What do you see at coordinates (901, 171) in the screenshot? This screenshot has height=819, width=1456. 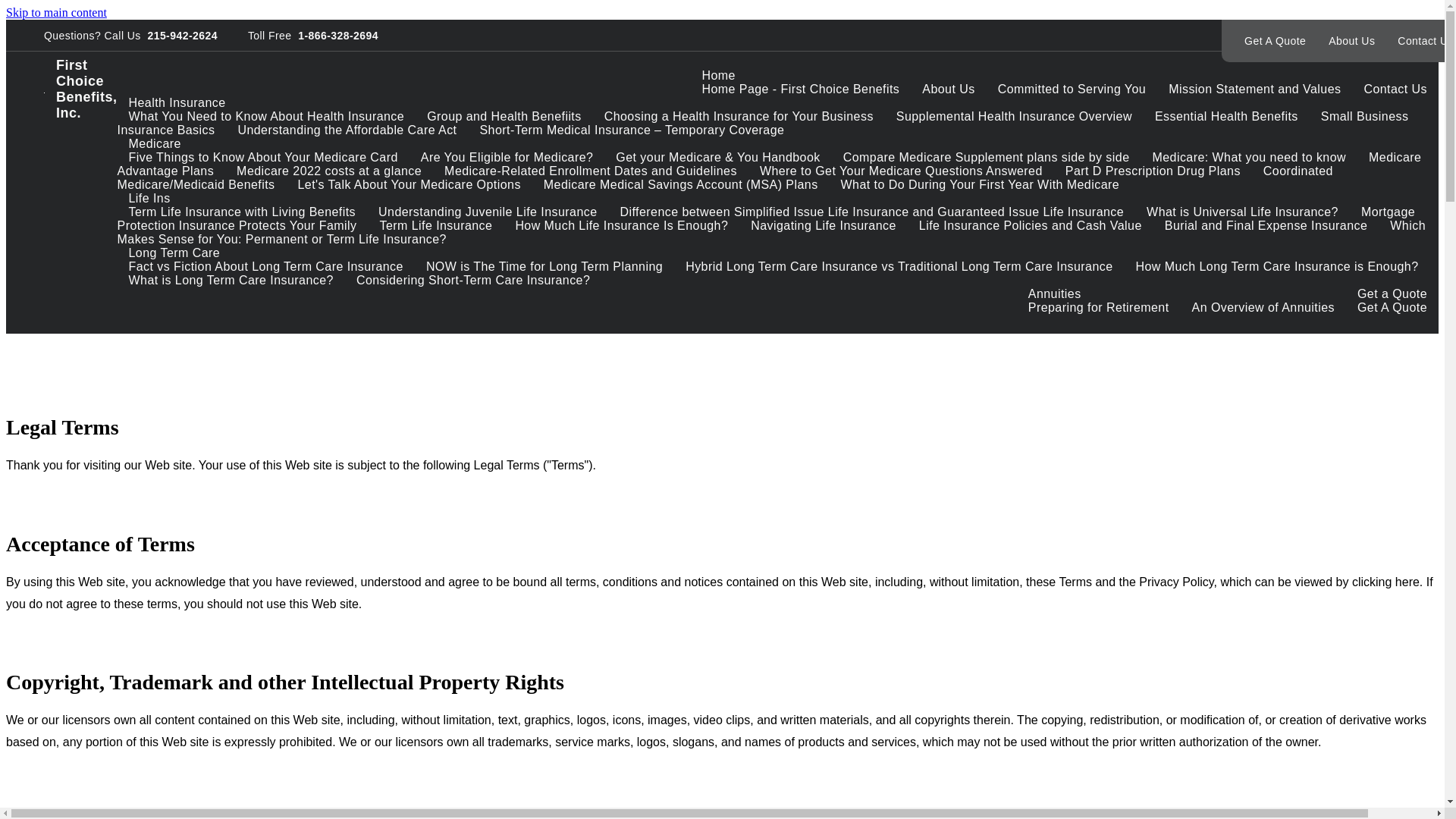 I see `'Where to Get Your Medicare Questions Answered'` at bounding box center [901, 171].